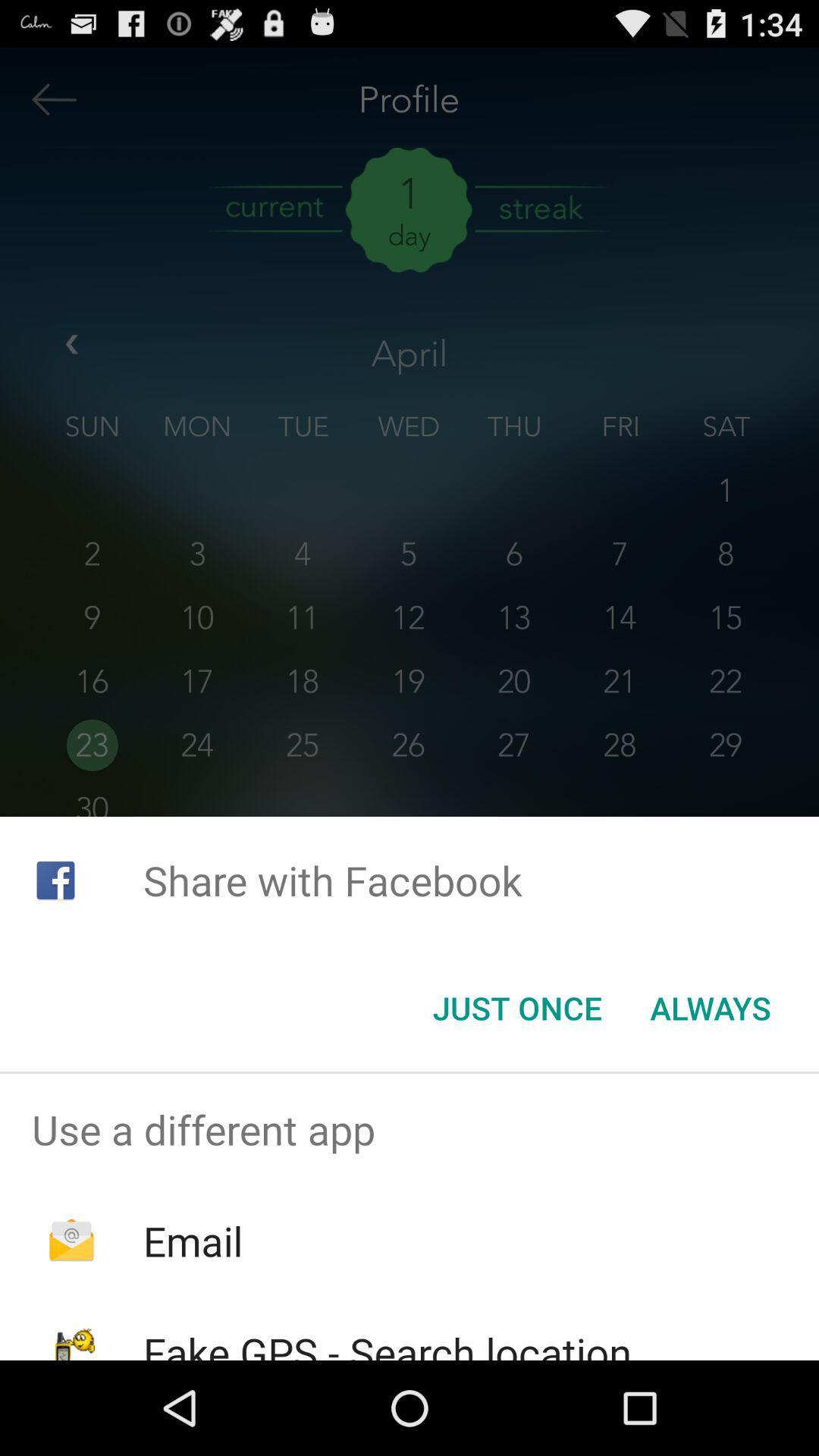 The height and width of the screenshot is (1456, 819). Describe the element at coordinates (711, 1008) in the screenshot. I see `icon next to the just once icon` at that location.